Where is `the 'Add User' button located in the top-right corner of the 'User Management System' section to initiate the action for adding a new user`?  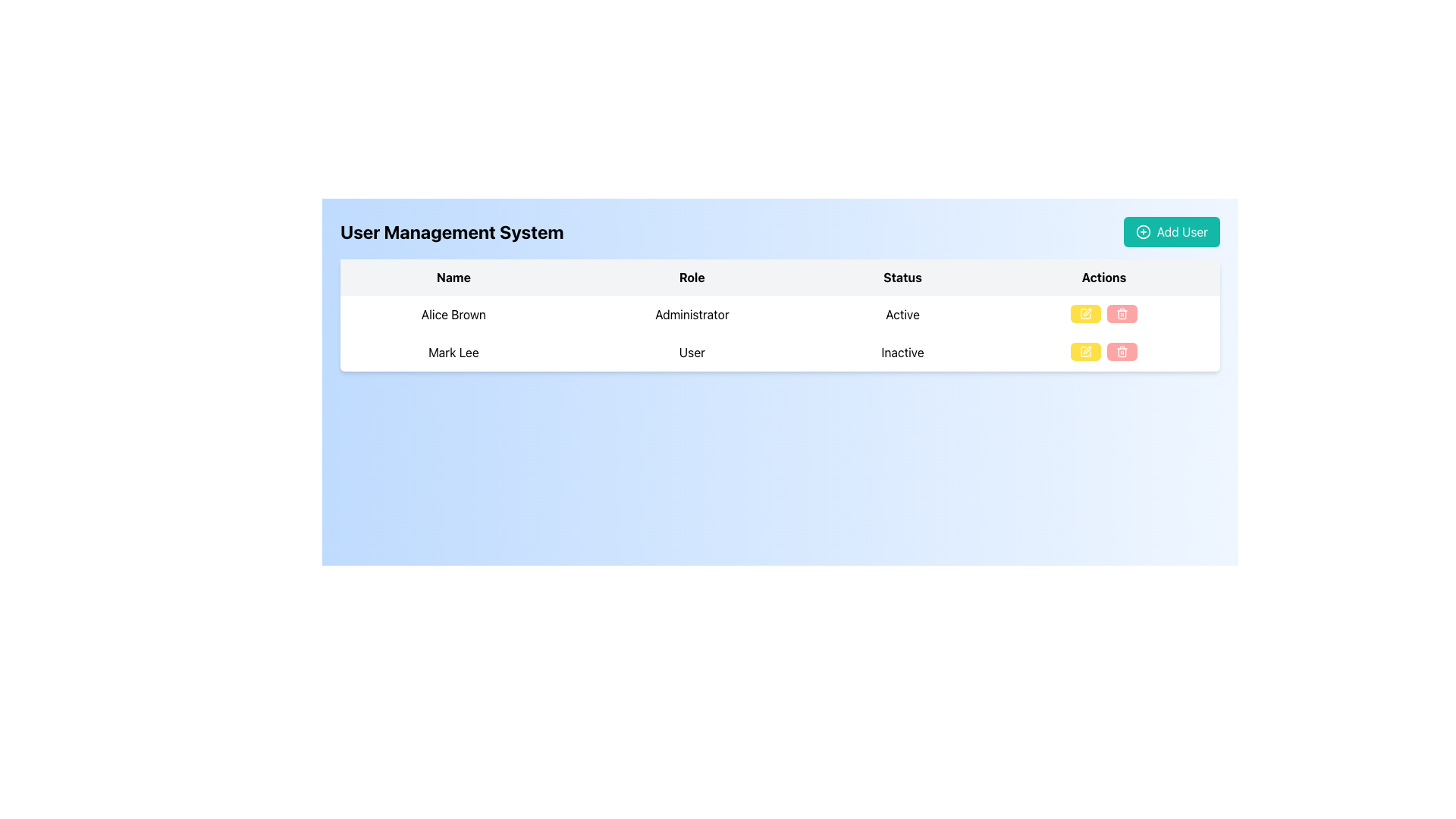
the 'Add User' button located in the top-right corner of the 'User Management System' section to initiate the action for adding a new user is located at coordinates (1171, 231).